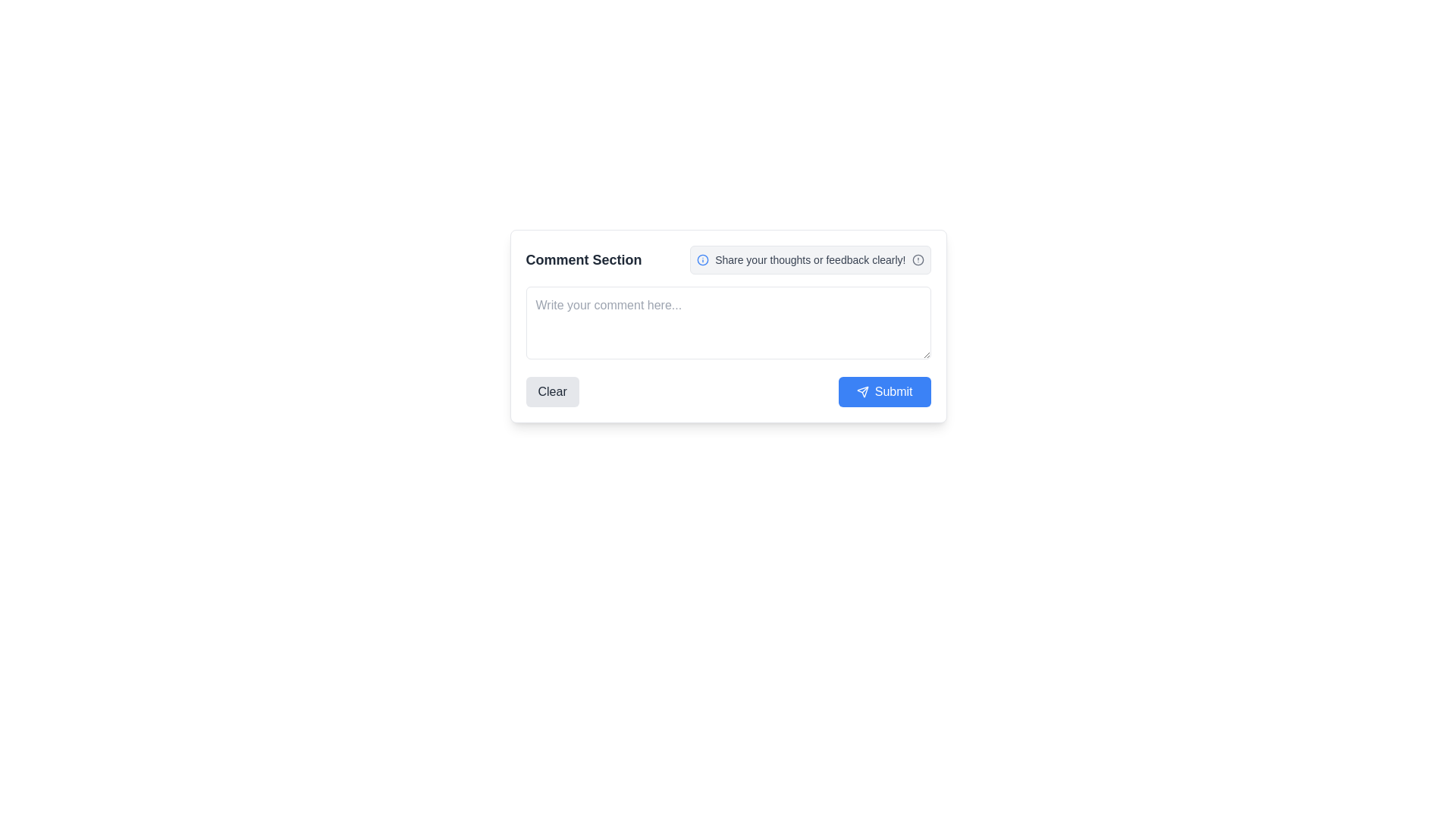  I want to click on the 'Submit' button located at the bottom-right corner of the comment input box, so click(884, 391).